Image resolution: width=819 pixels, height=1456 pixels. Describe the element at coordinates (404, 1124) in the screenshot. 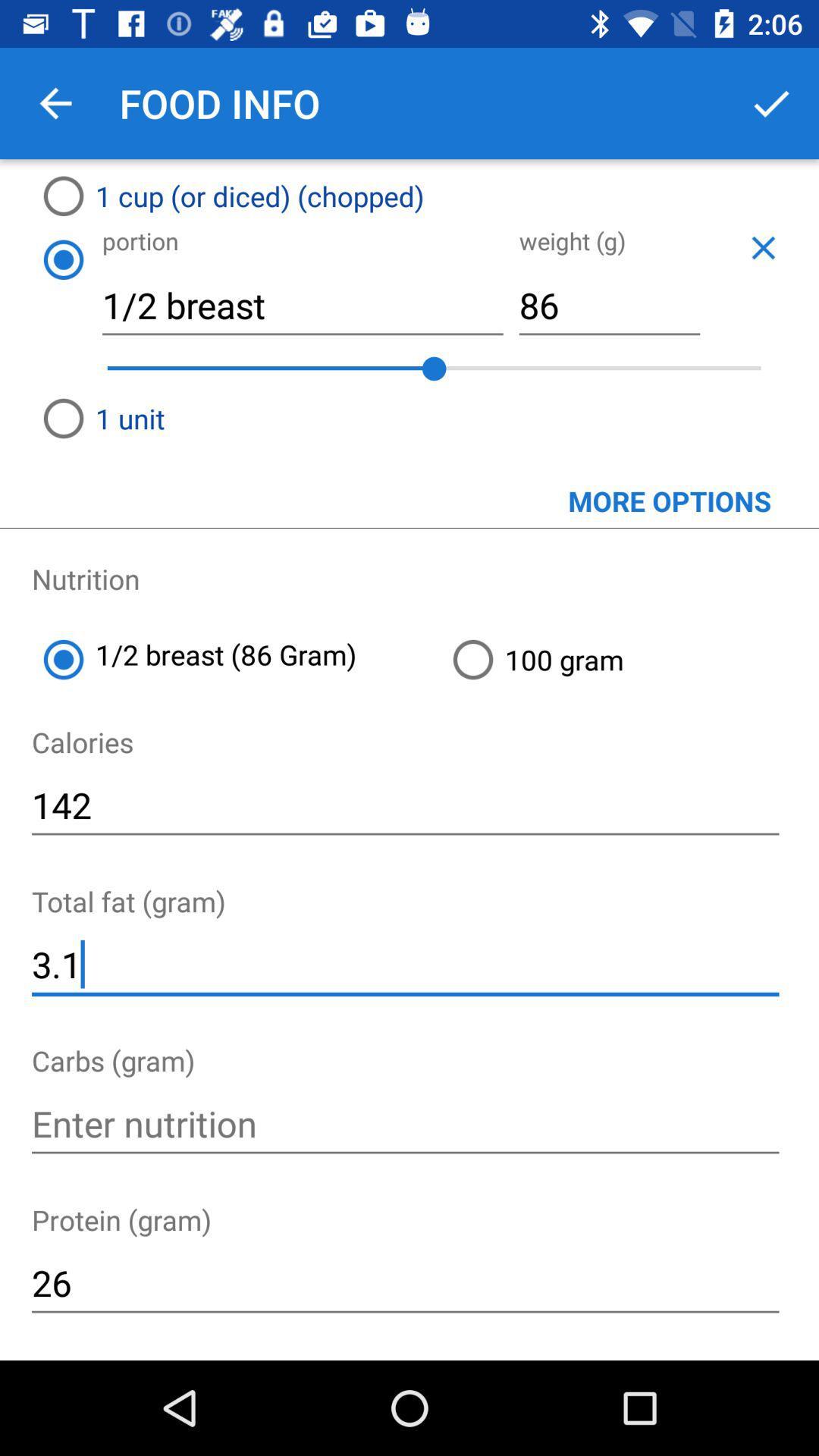

I see `carbs` at that location.